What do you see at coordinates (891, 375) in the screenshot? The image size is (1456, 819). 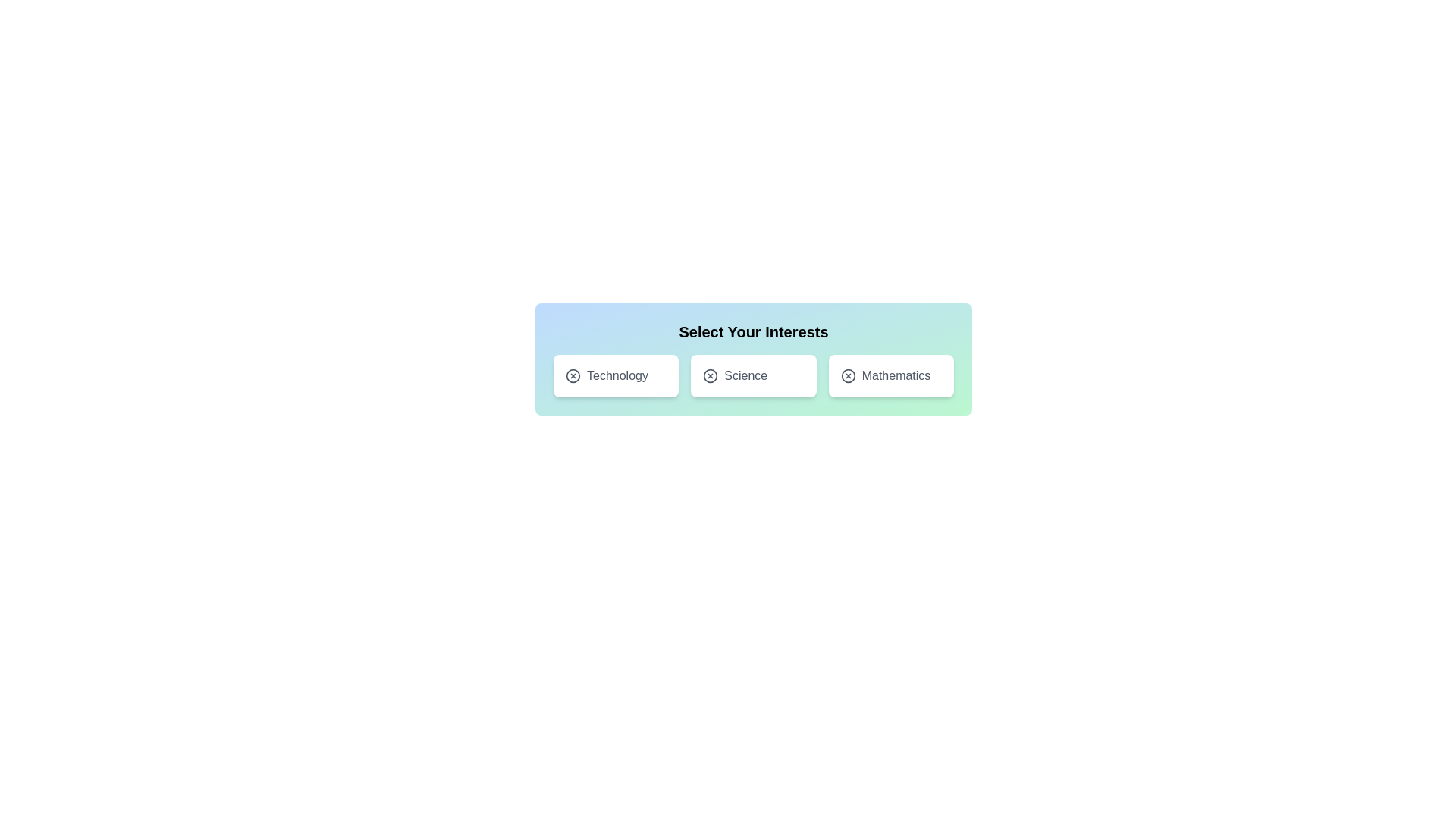 I see `the tag Mathematics` at bounding box center [891, 375].